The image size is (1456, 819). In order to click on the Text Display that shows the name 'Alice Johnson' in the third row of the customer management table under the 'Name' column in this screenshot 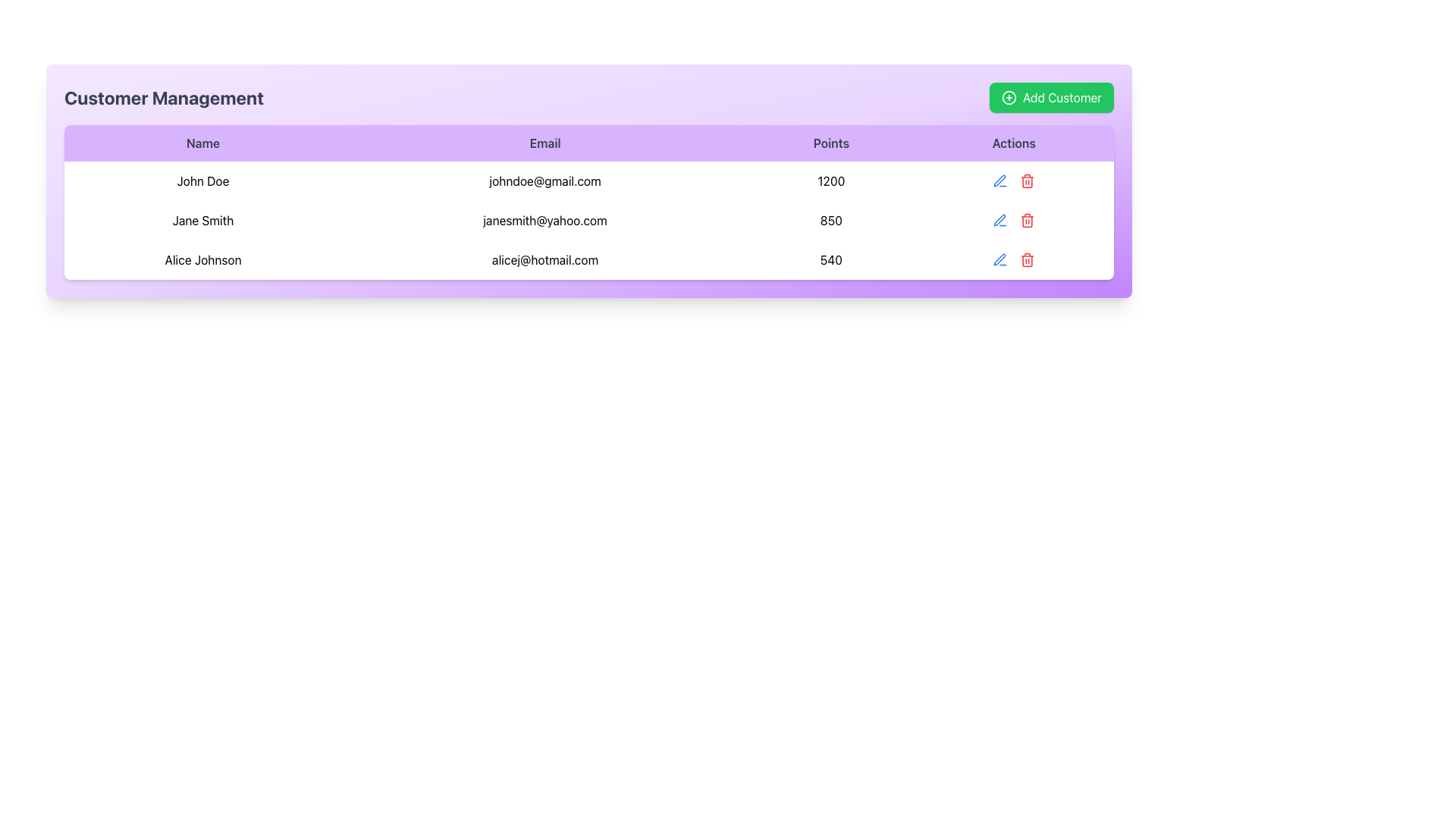, I will do `click(202, 259)`.